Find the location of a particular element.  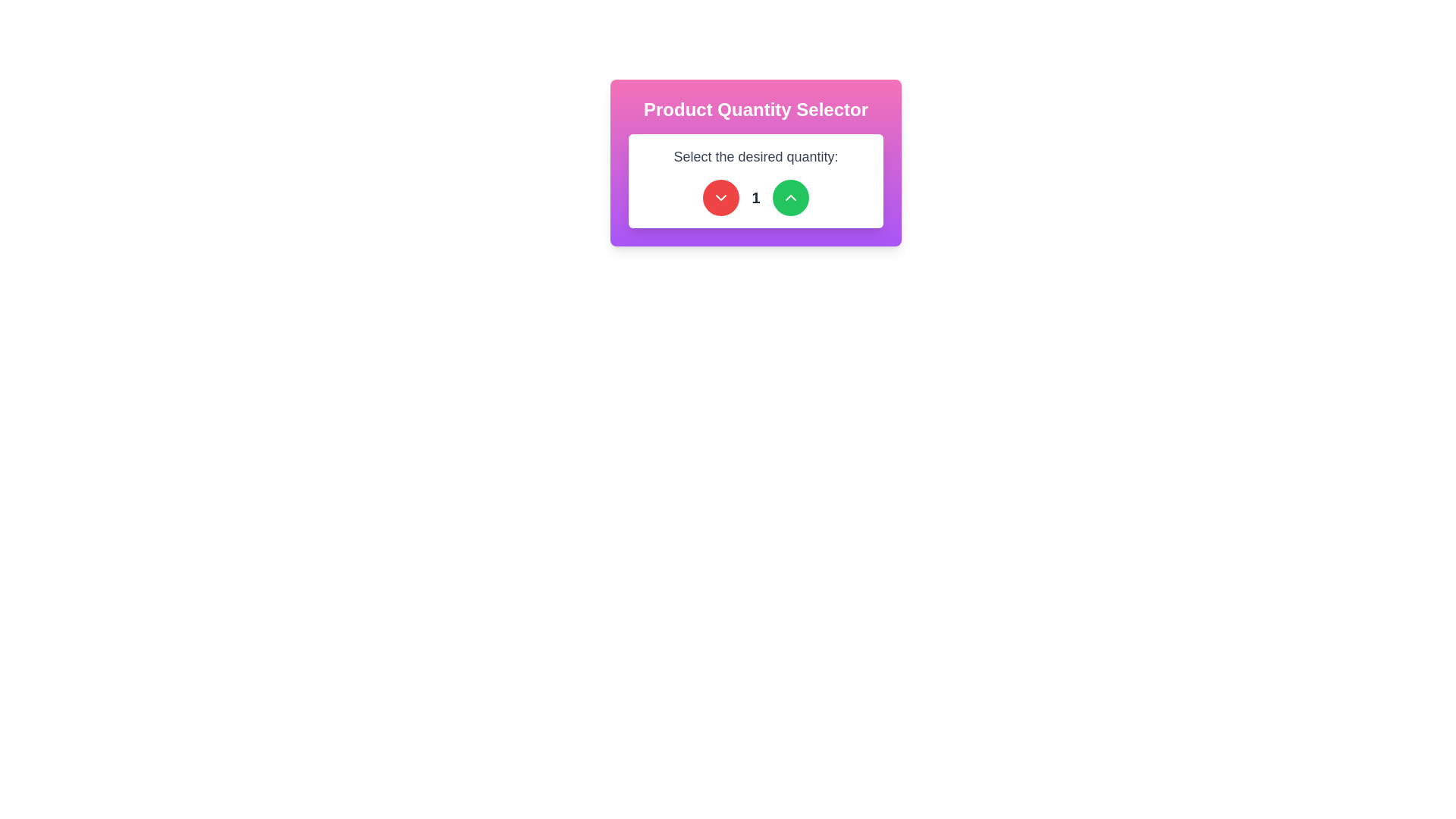

the green circular button with an up arrow to increment the value displayed in the bold numeral '1' next to the red circular button with a down arrow is located at coordinates (756, 197).